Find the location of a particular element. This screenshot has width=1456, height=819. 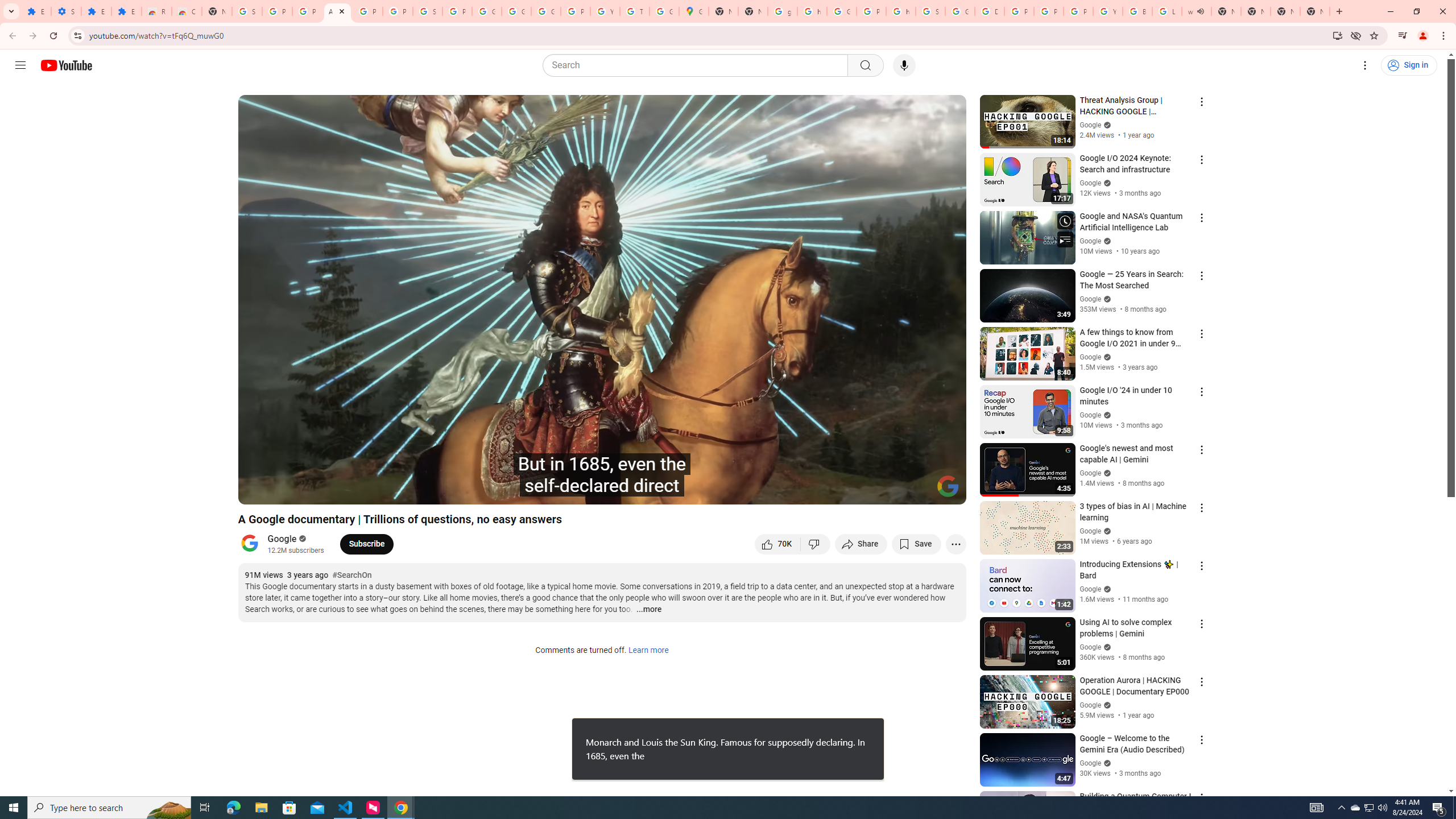

'Extensions' is located at coordinates (36, 11).